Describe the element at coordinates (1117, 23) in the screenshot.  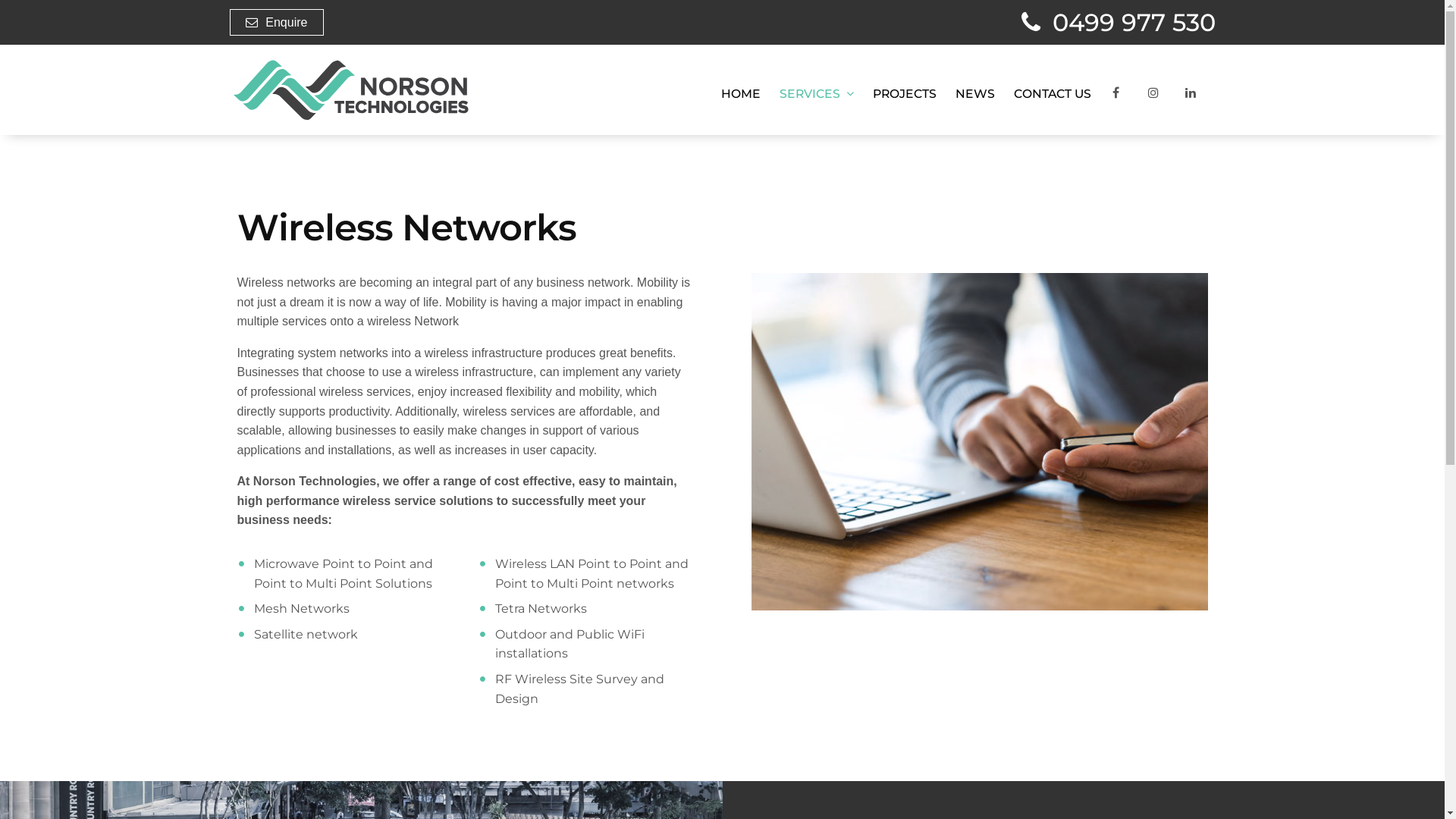
I see `'0499 977 530'` at that location.